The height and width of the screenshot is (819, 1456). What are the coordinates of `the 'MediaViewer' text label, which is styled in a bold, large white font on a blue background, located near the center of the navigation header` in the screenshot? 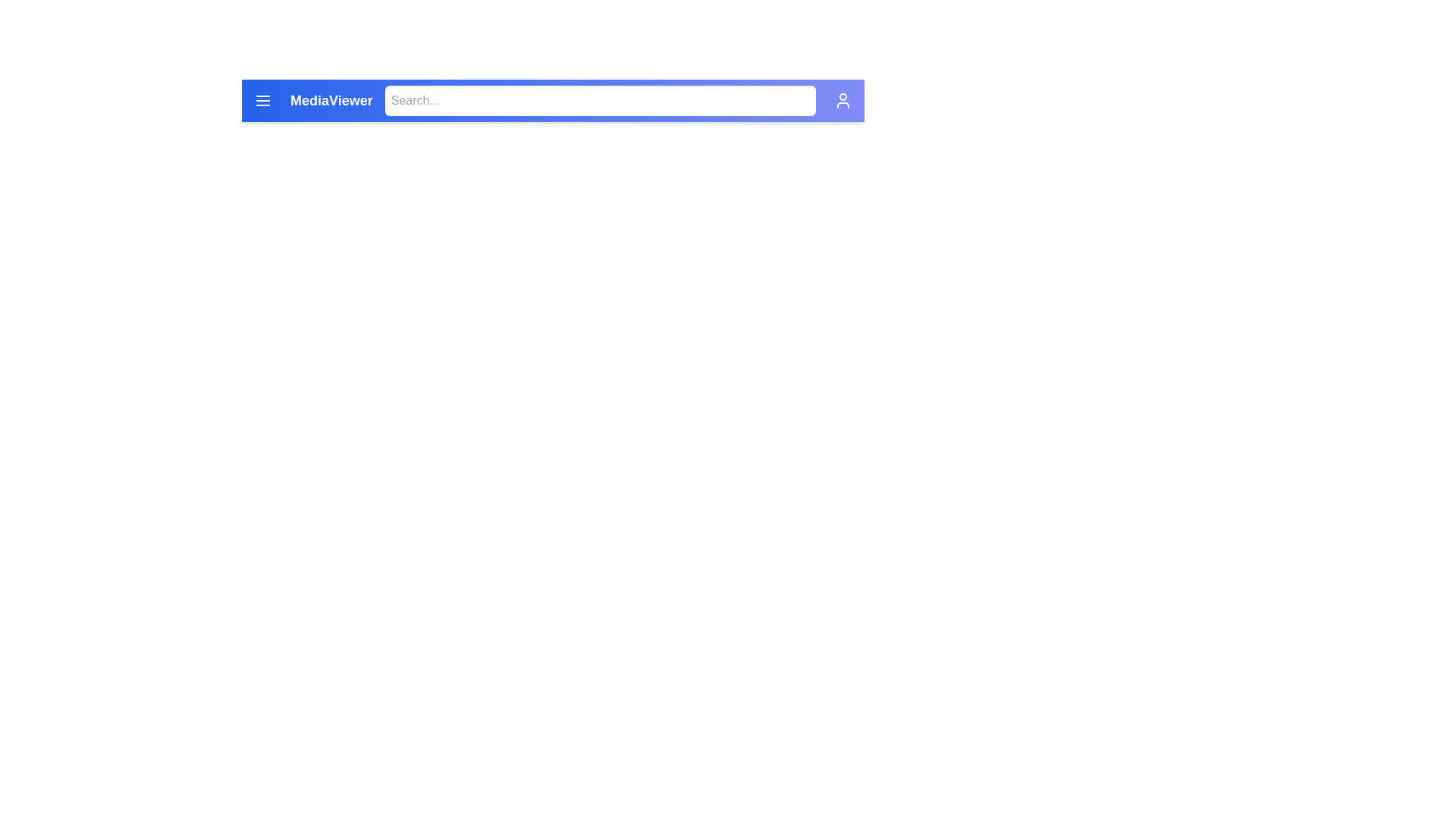 It's located at (331, 100).